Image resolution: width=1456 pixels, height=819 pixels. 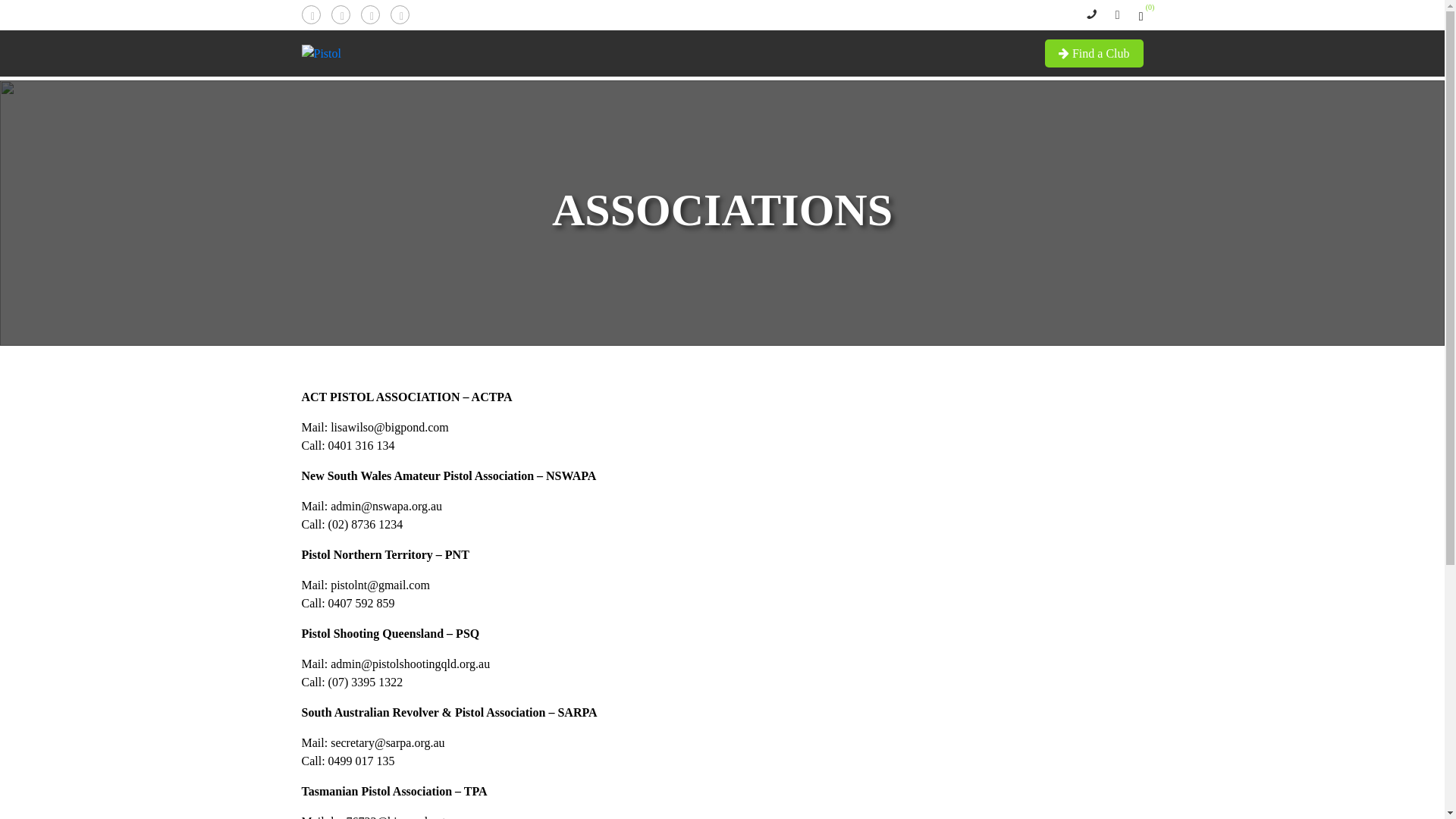 I want to click on 'pistolnt@gmail.com', so click(x=380, y=584).